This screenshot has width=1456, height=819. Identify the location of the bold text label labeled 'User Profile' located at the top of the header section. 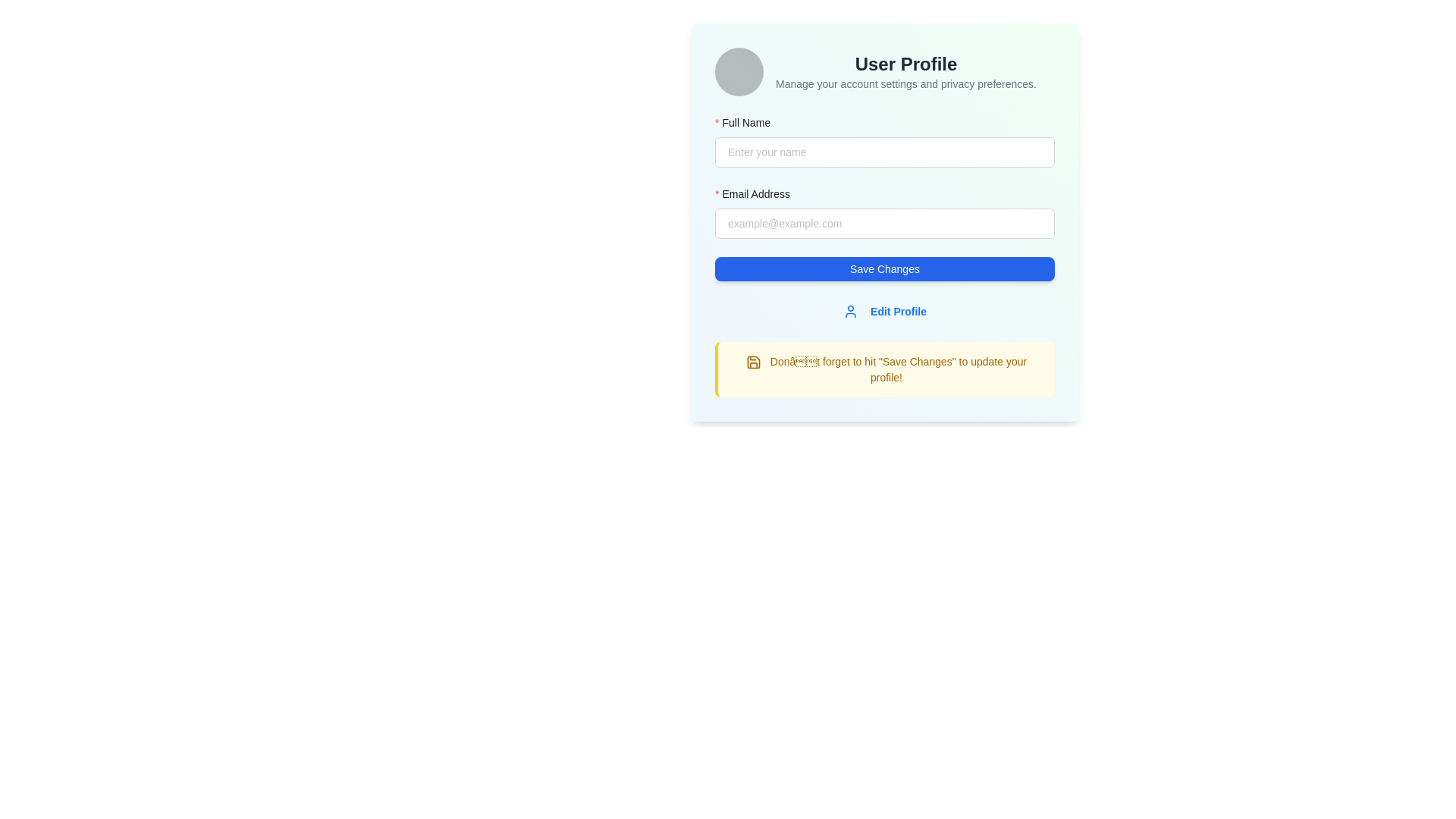
(906, 63).